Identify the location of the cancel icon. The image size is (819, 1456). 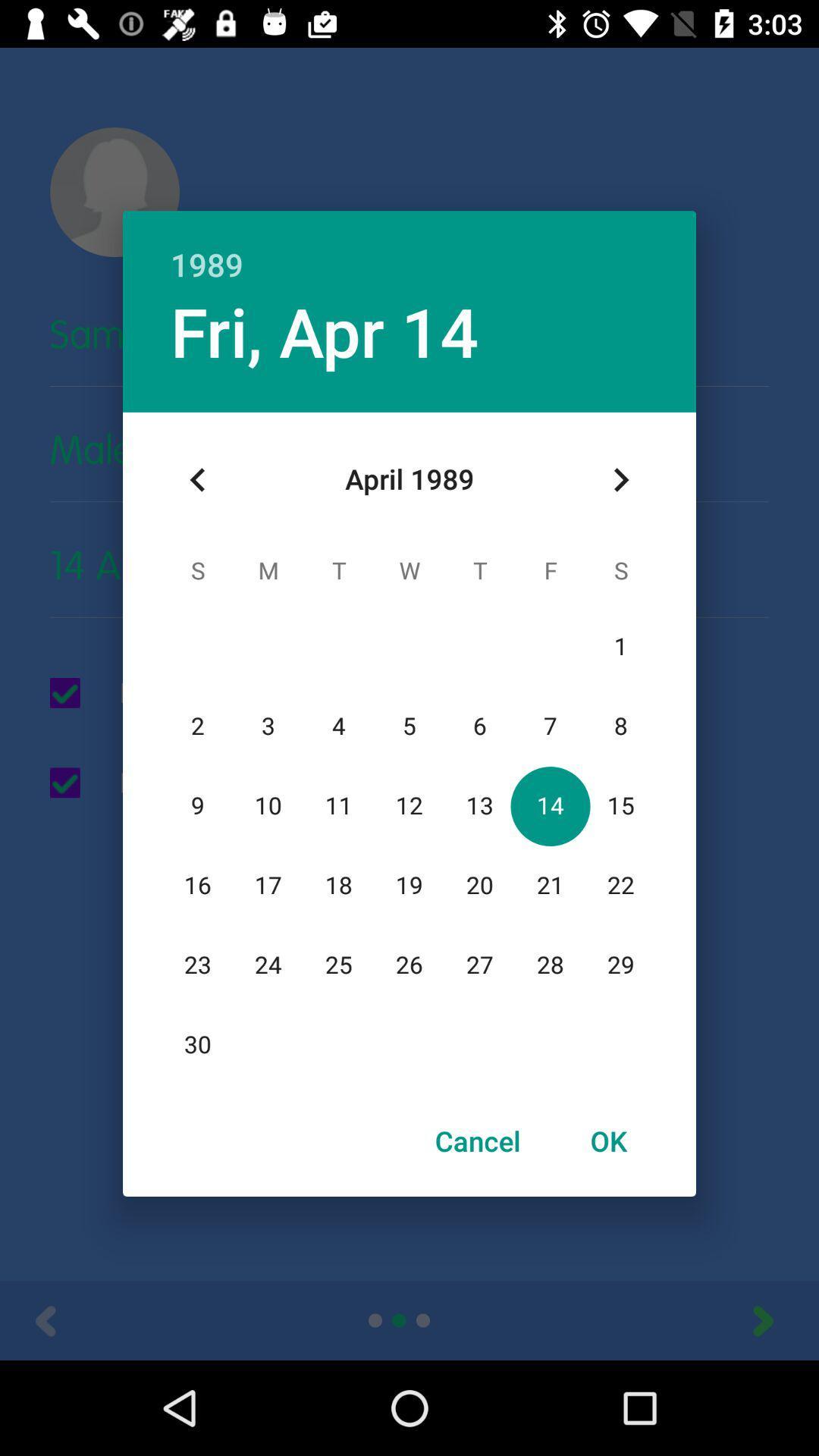
(478, 1141).